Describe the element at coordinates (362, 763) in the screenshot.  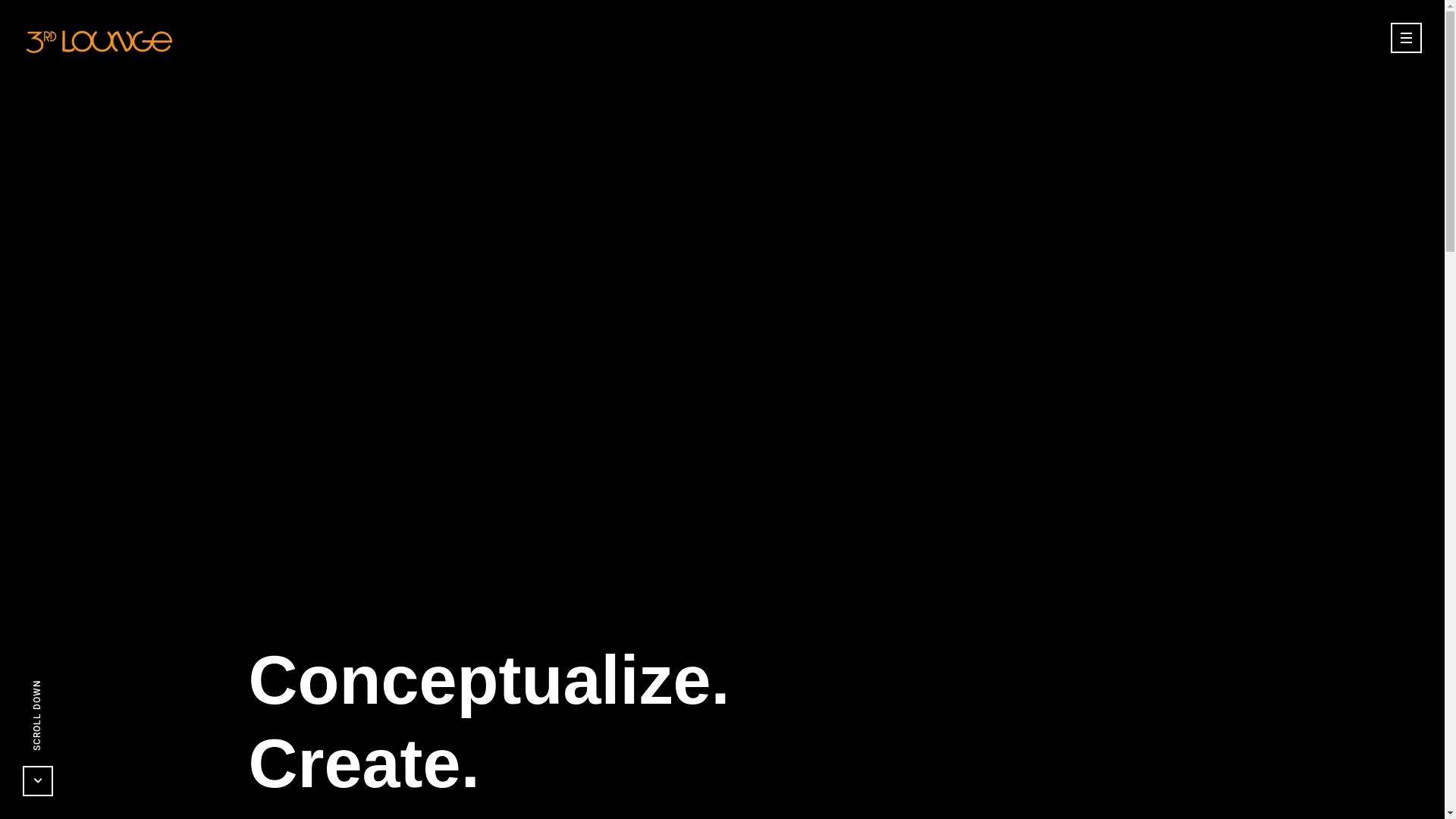
I see `'Create.'` at that location.